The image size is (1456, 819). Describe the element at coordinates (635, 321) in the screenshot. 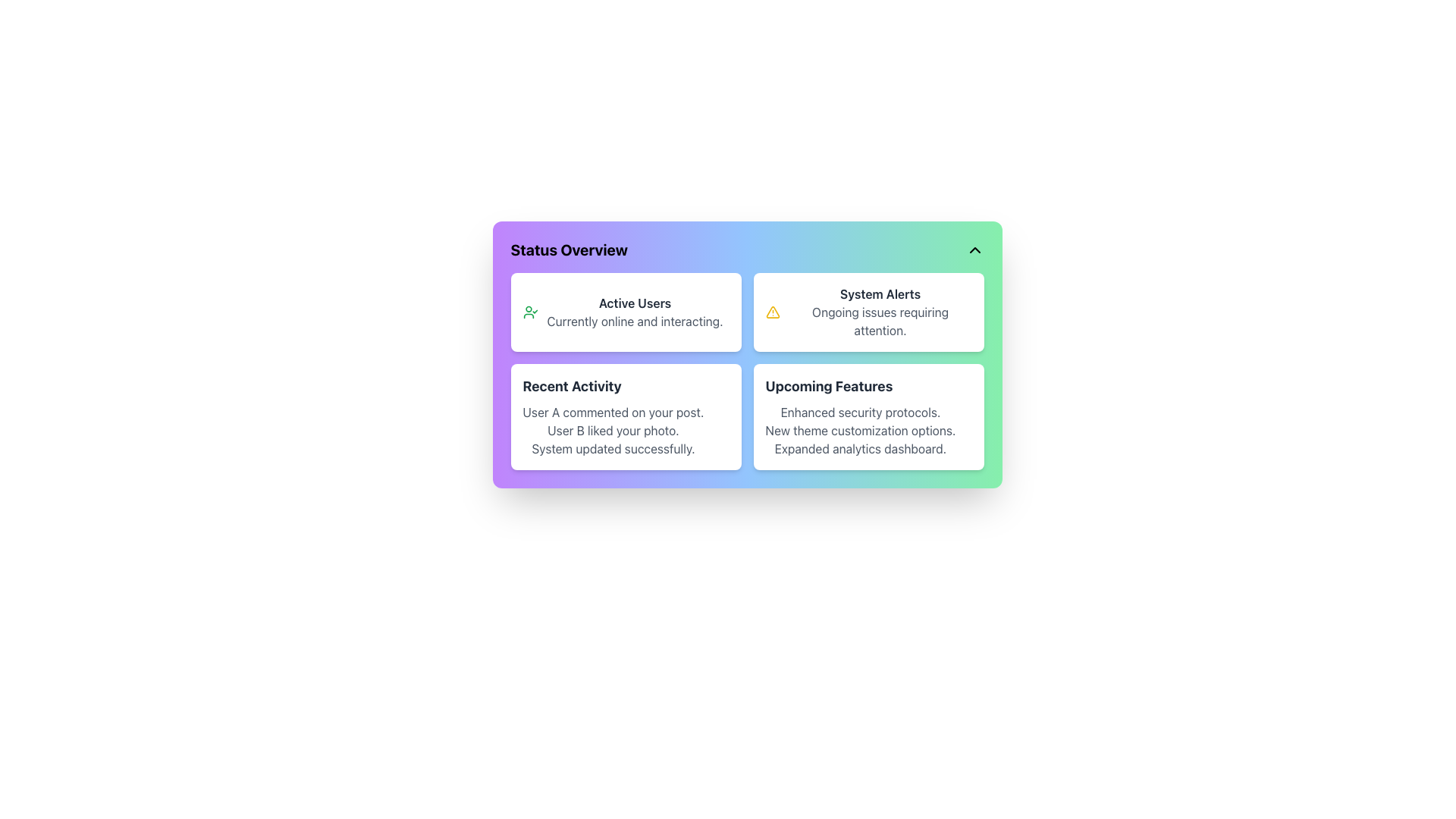

I see `subtitle text located in the 'Active Users' card, positioned directly below the heading 'Active Users'` at that location.